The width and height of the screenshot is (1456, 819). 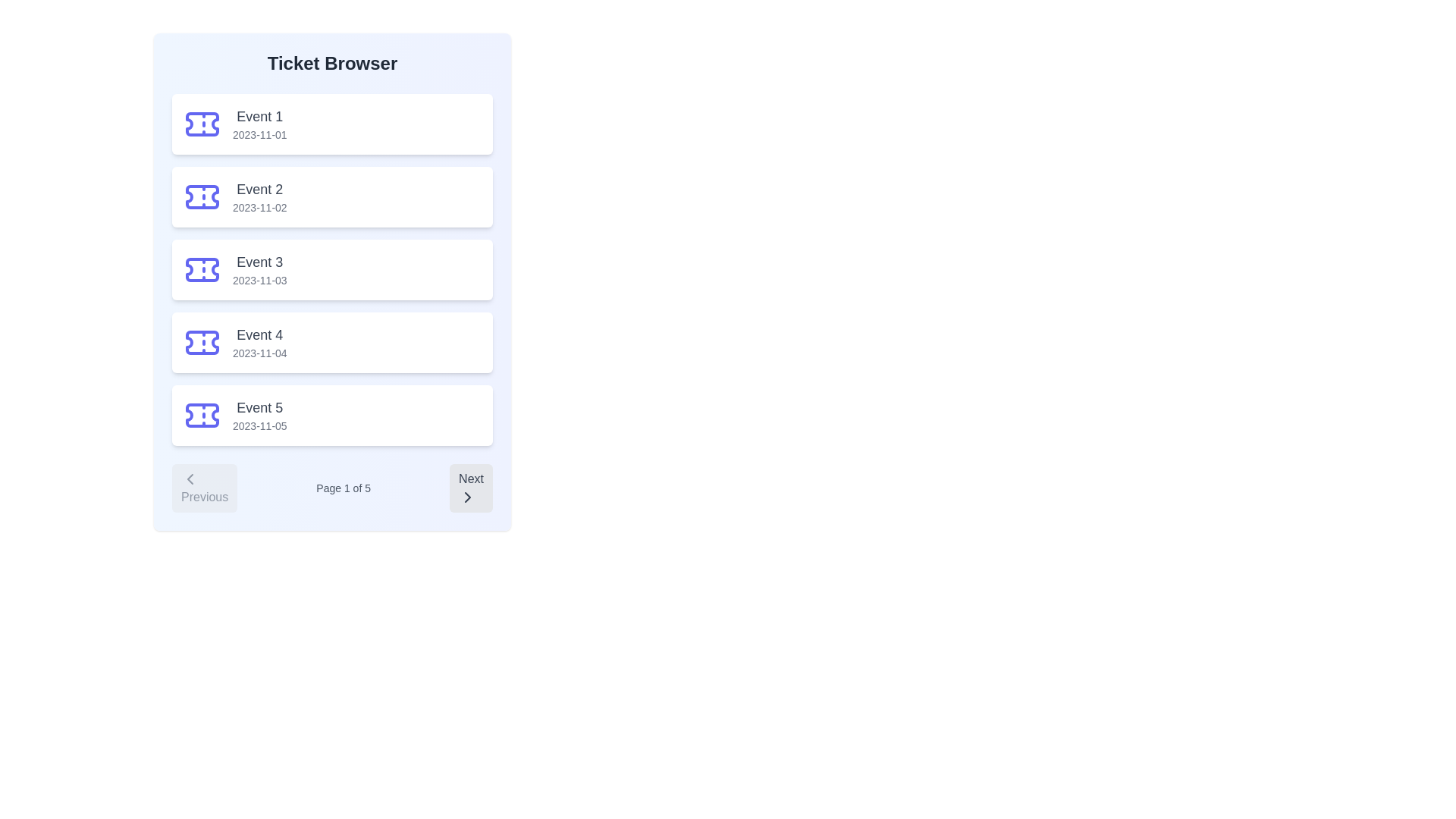 What do you see at coordinates (331, 196) in the screenshot?
I see `the event card UI element located in the second row of the list, which displays the event name and date` at bounding box center [331, 196].